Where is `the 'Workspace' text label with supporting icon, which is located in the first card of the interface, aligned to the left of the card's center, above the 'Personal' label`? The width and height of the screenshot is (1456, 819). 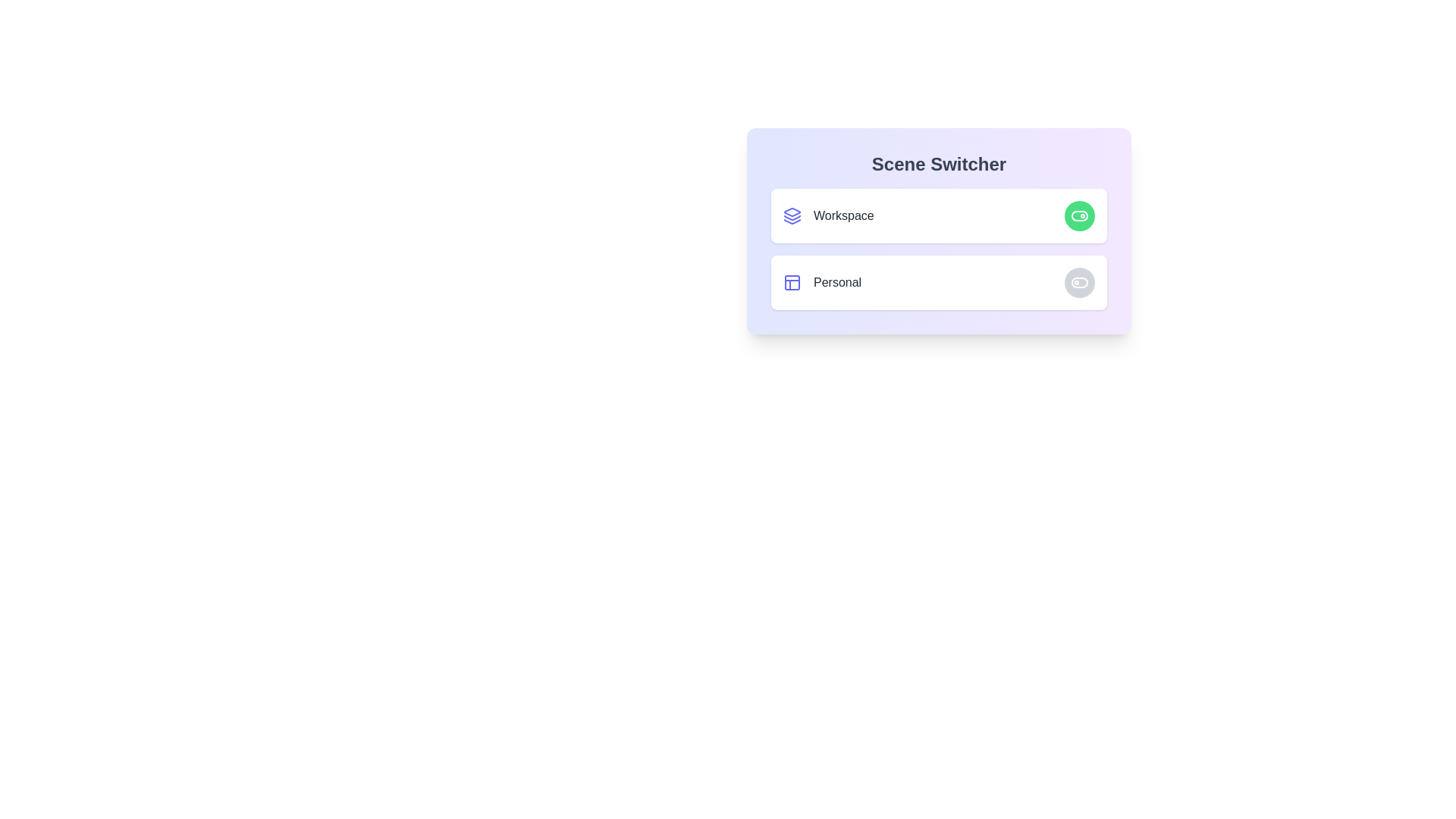 the 'Workspace' text label with supporting icon, which is located in the first card of the interface, aligned to the left of the card's center, above the 'Personal' label is located at coordinates (827, 216).